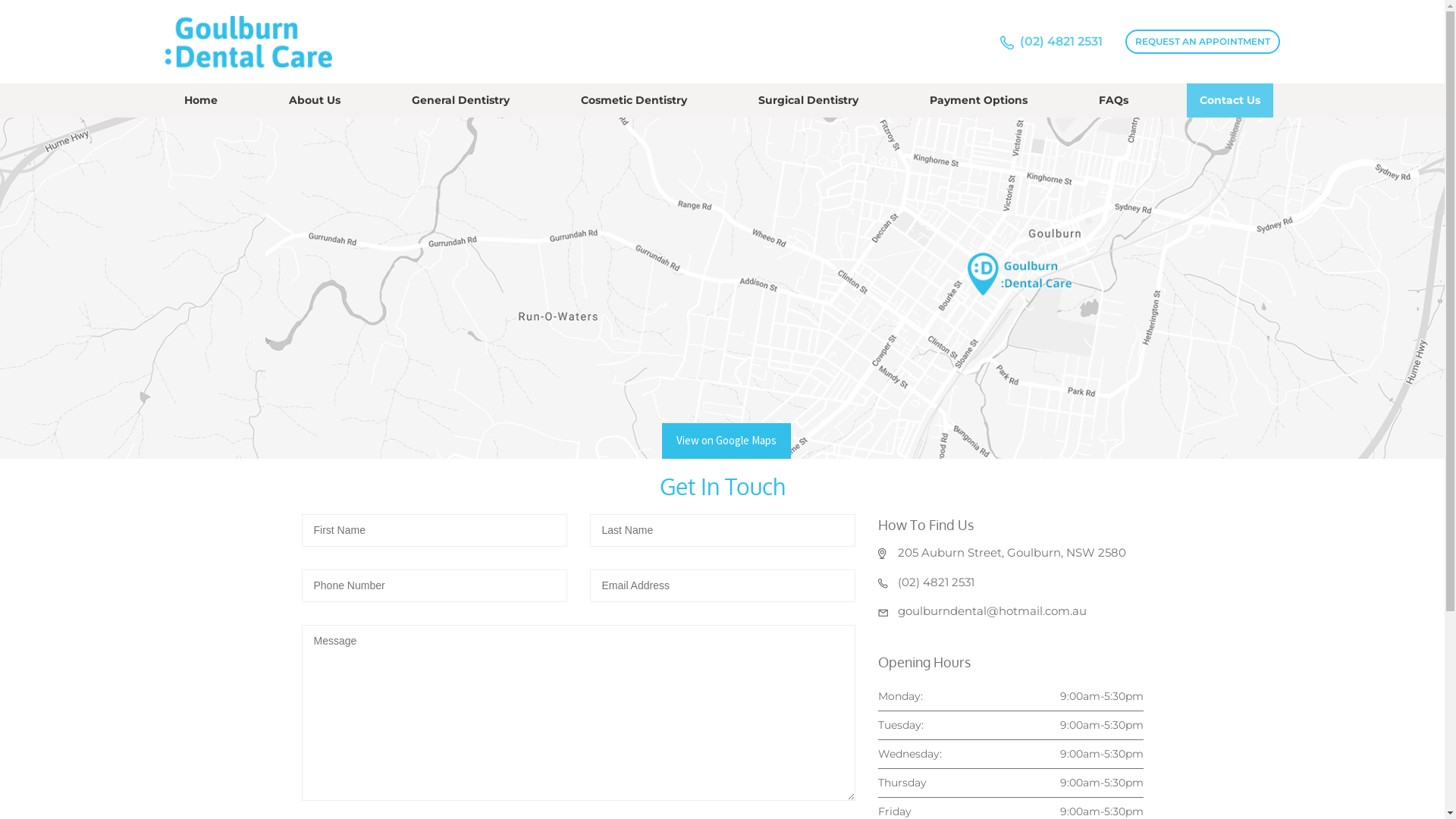  Describe the element at coordinates (745, 100) in the screenshot. I see `'Surgical Dentistry'` at that location.